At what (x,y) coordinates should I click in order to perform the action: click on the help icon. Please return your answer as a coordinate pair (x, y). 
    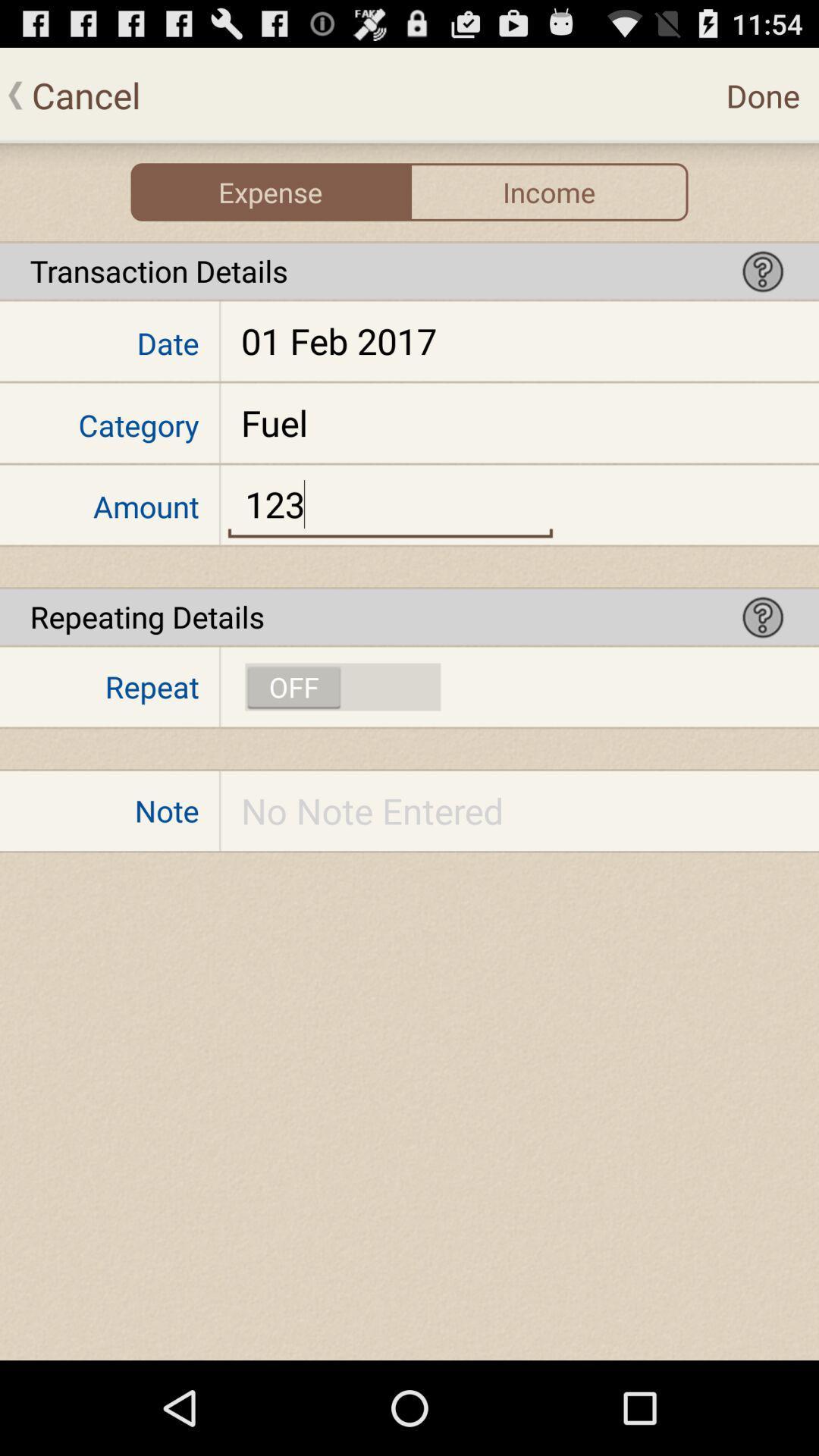
    Looking at the image, I should click on (763, 660).